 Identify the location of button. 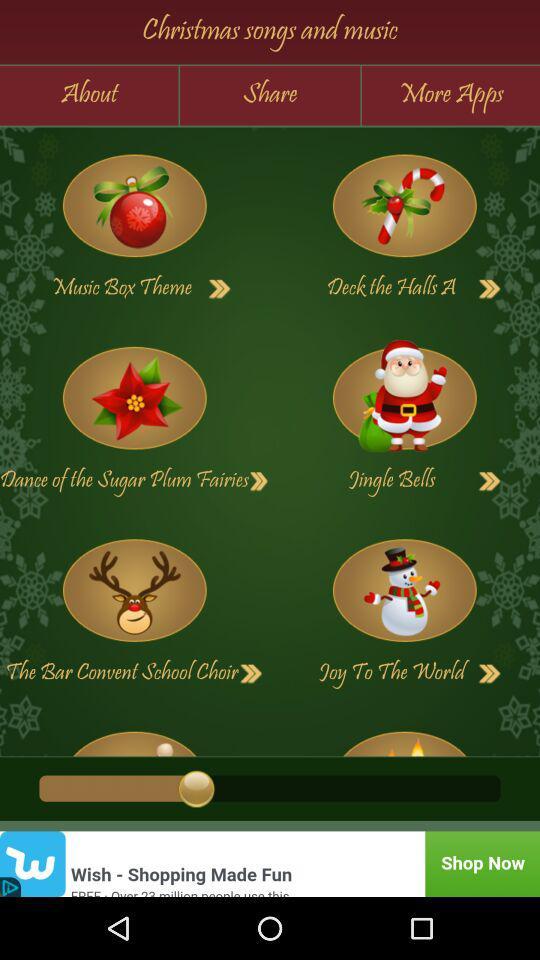
(489, 480).